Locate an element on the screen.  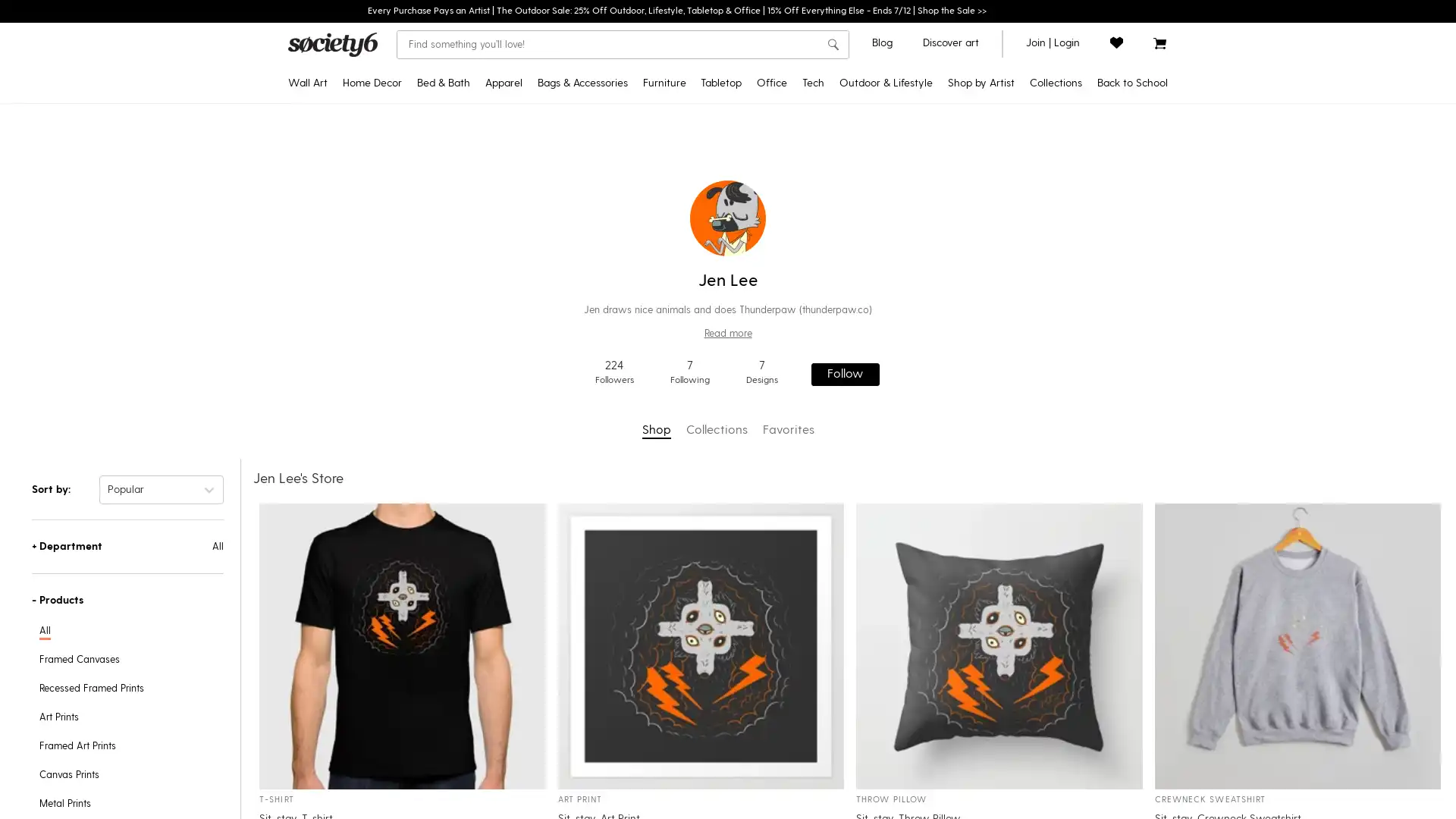
Floor Pillows is located at coordinates (400, 194).